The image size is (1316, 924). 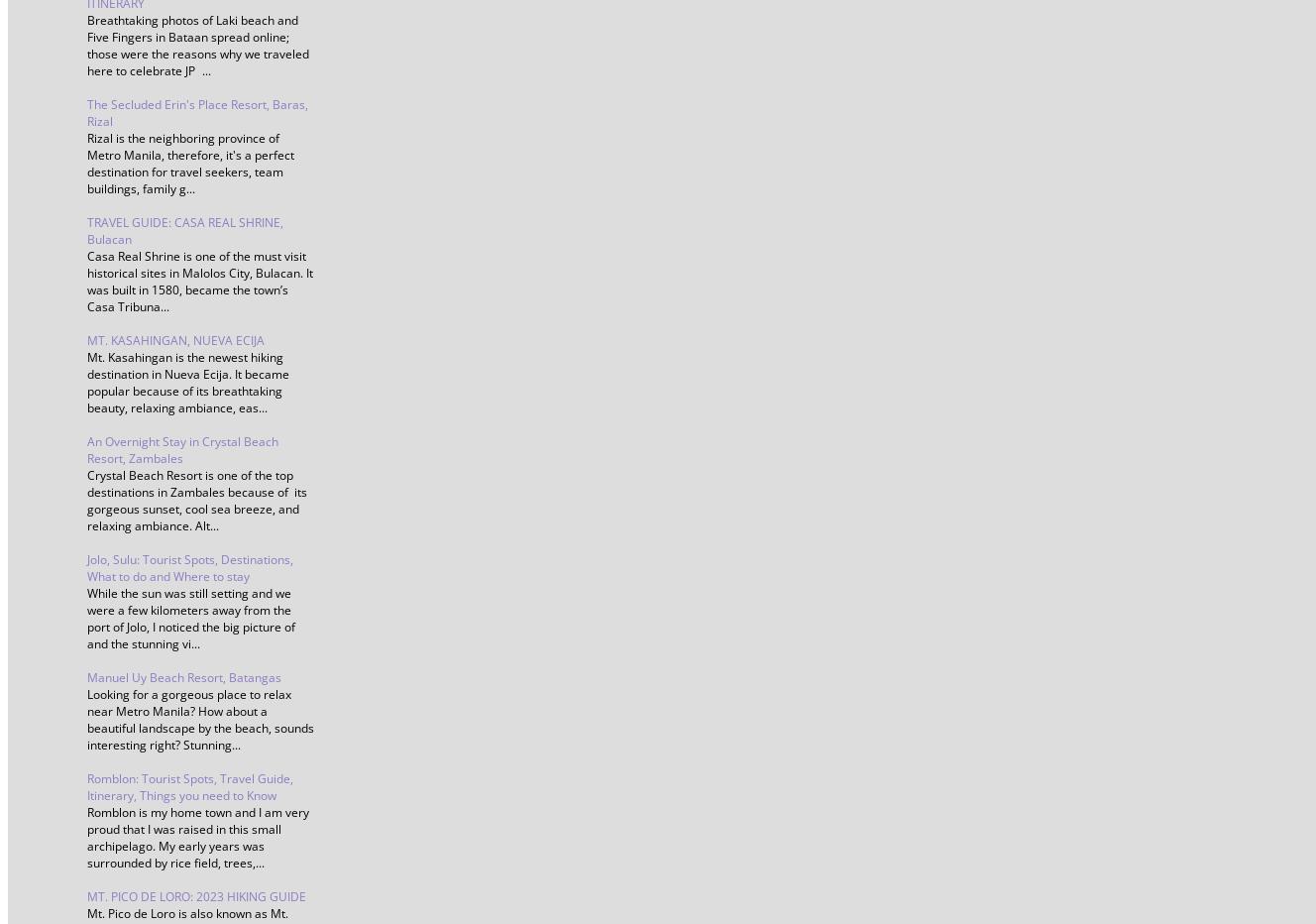 I want to click on 'Romblon is my home town and I am very proud that I was raised in this small archipelago. My early years was surrounded by rice field, trees,...', so click(x=197, y=837).